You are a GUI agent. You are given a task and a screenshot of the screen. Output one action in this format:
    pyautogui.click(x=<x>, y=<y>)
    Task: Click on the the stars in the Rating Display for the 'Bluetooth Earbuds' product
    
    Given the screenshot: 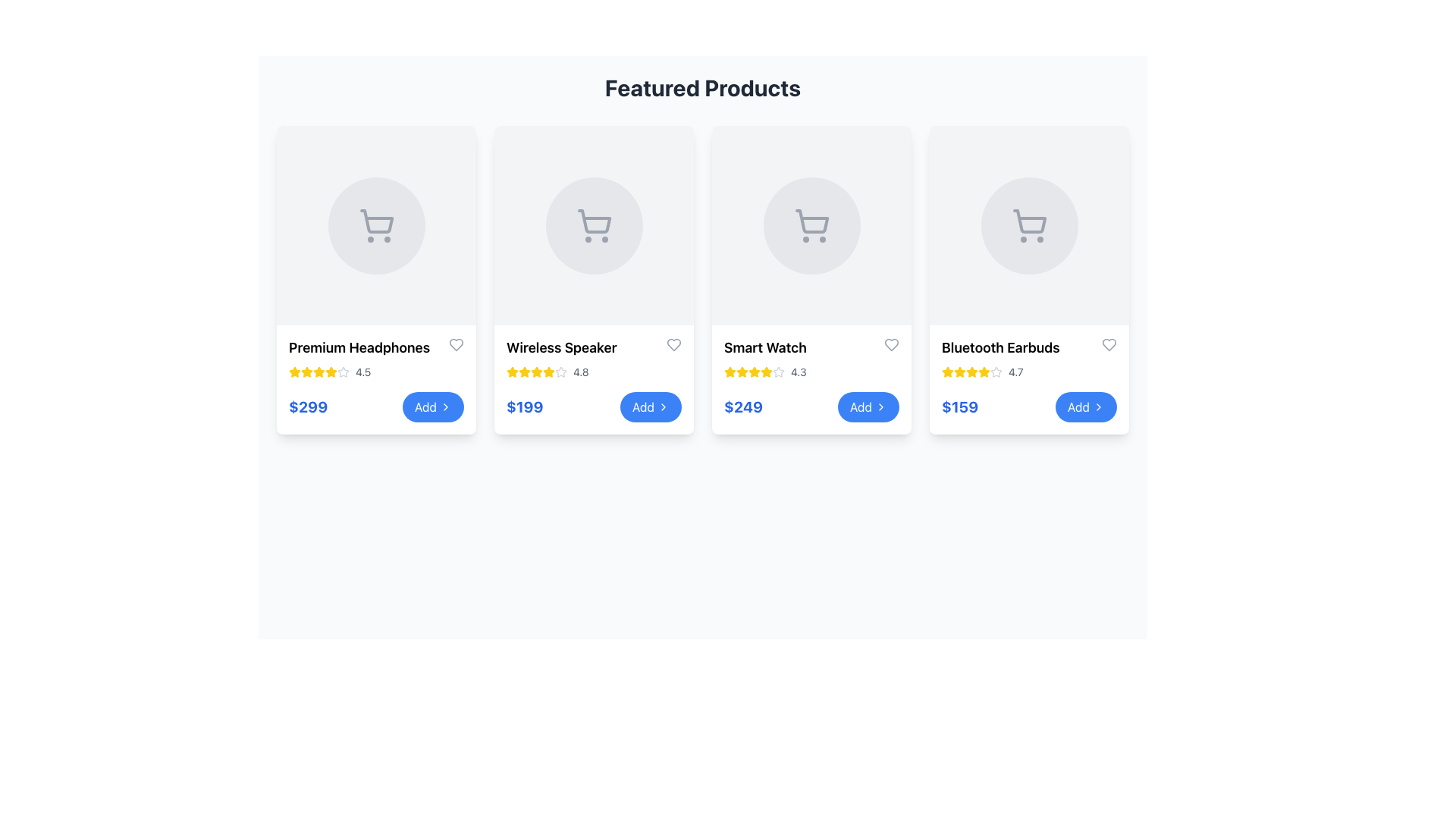 What is the action you would take?
    pyautogui.click(x=1029, y=372)
    